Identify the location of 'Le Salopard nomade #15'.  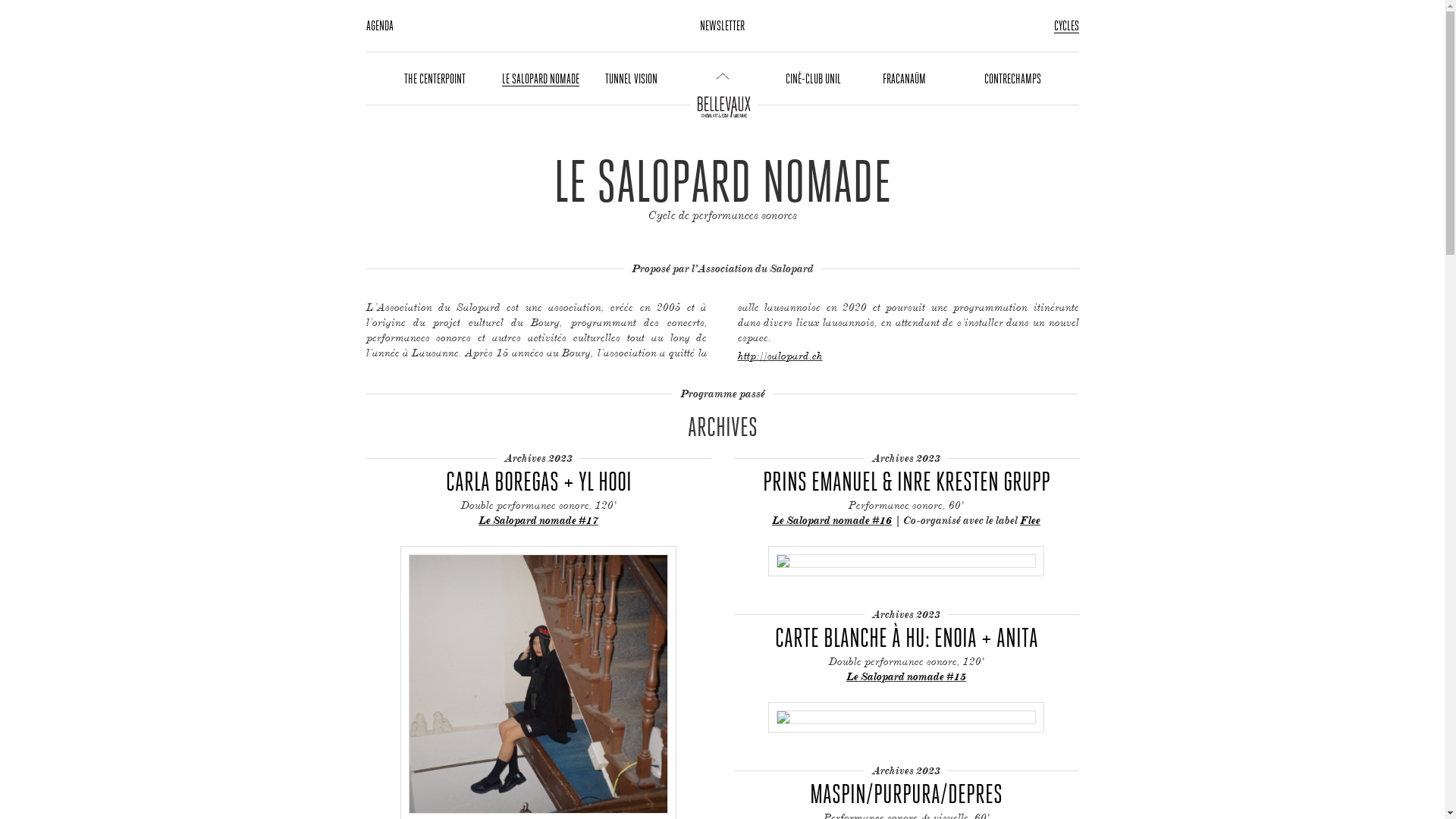
(906, 675).